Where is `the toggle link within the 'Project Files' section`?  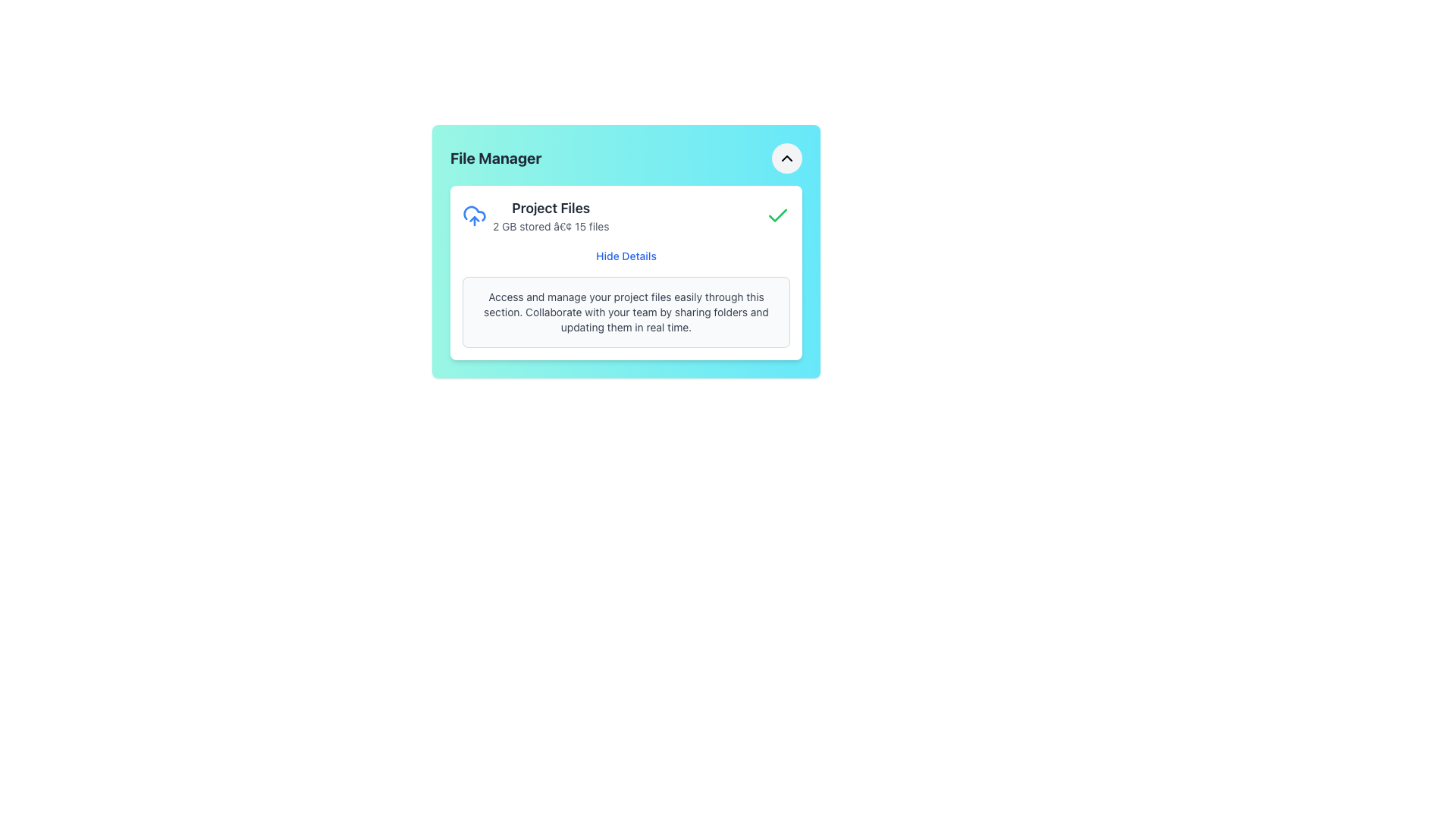
the toggle link within the 'Project Files' section is located at coordinates (626, 256).